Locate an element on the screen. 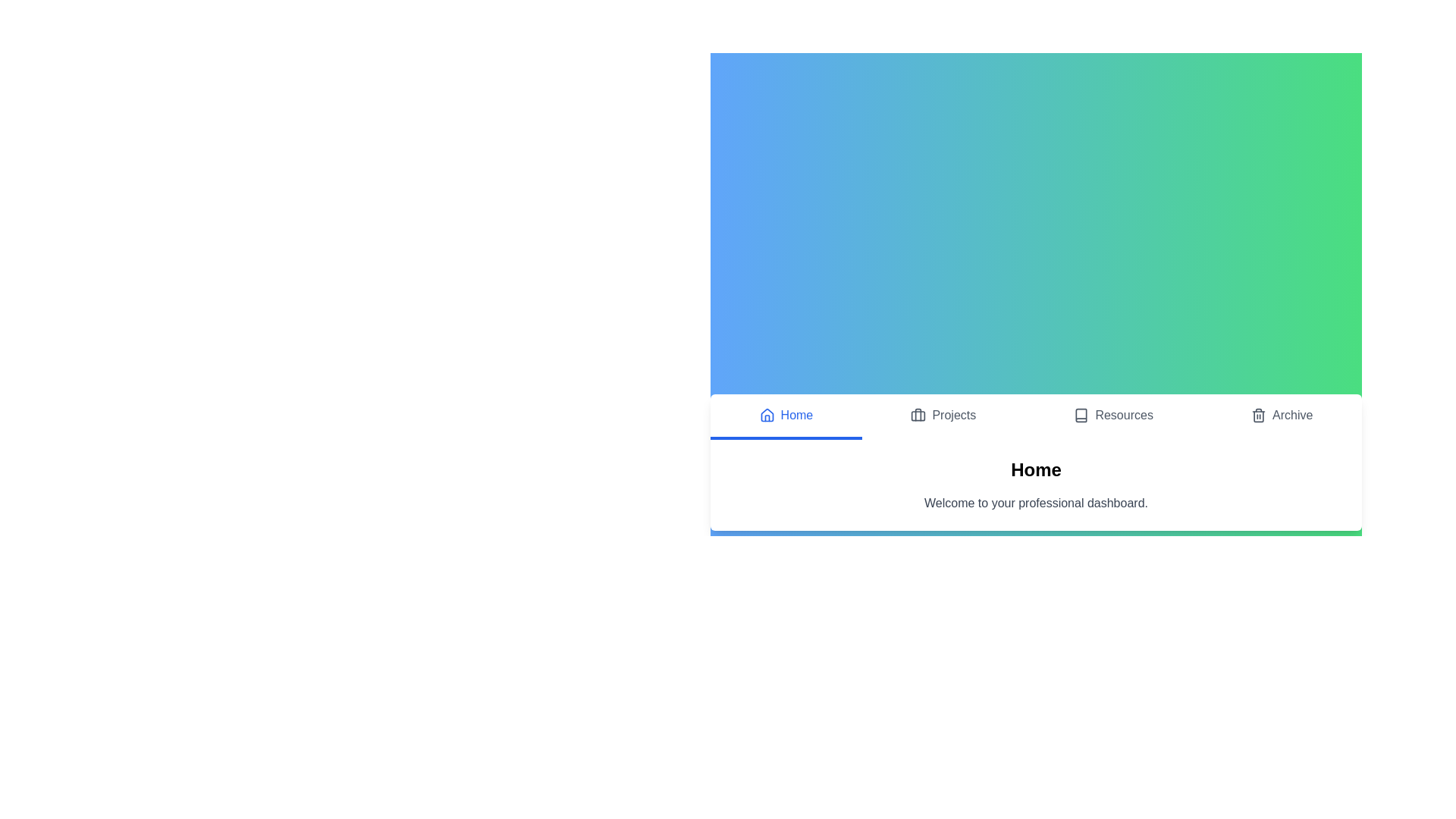 The image size is (1456, 819). the icon of the Archive tab is located at coordinates (1259, 415).